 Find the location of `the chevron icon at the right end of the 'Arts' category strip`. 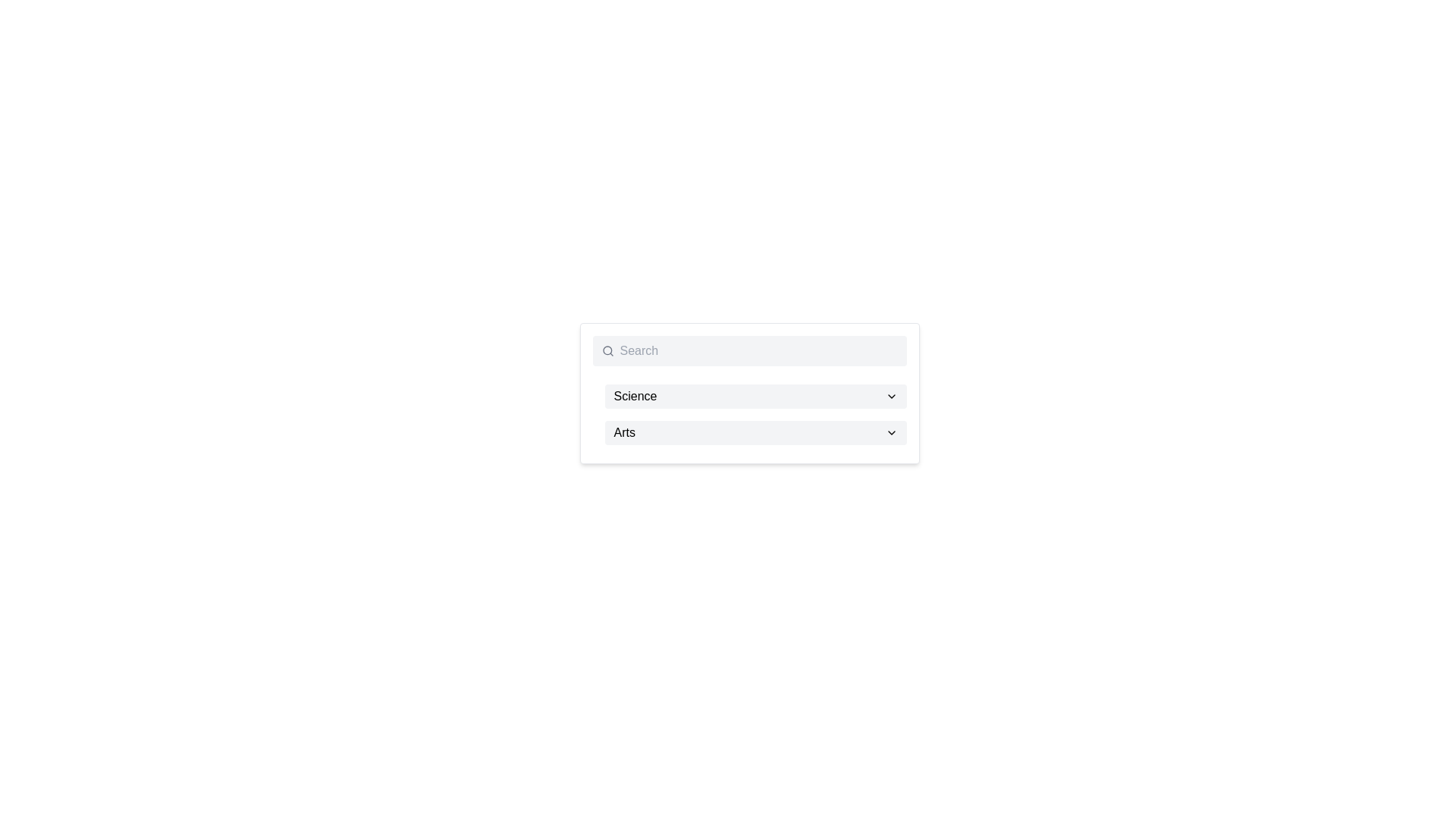

the chevron icon at the right end of the 'Arts' category strip is located at coordinates (891, 432).